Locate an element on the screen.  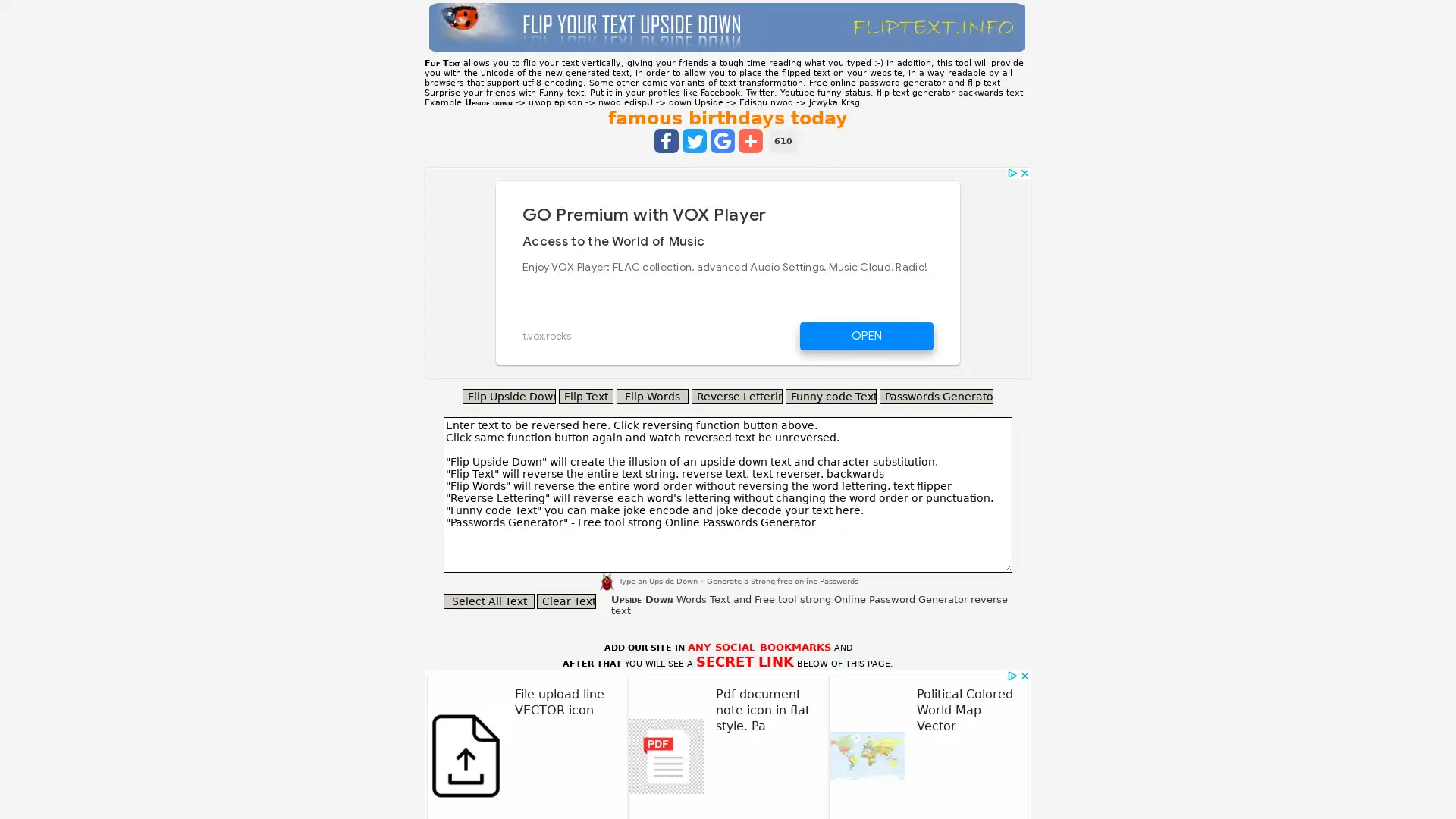
Passwords Generator is located at coordinates (935, 396).